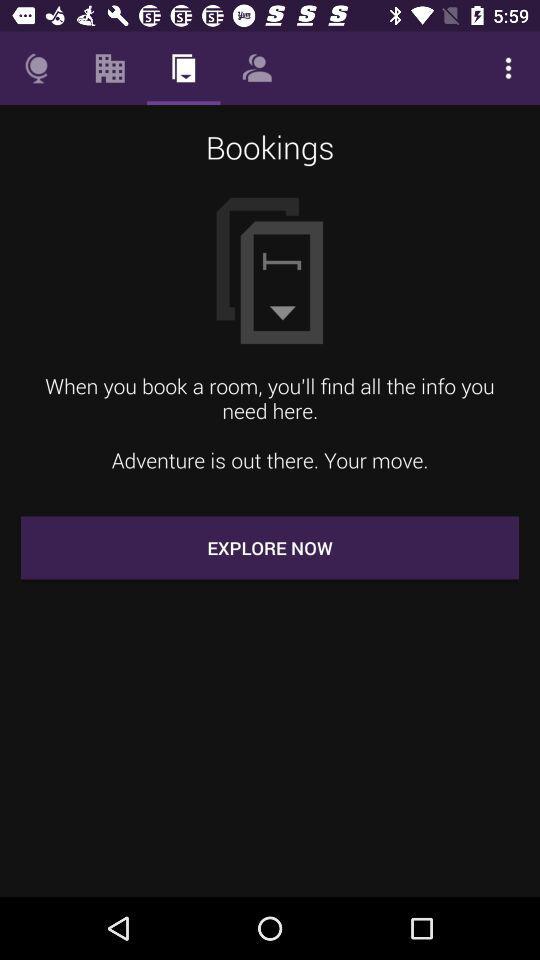 This screenshot has height=960, width=540. I want to click on the explore now, so click(270, 547).